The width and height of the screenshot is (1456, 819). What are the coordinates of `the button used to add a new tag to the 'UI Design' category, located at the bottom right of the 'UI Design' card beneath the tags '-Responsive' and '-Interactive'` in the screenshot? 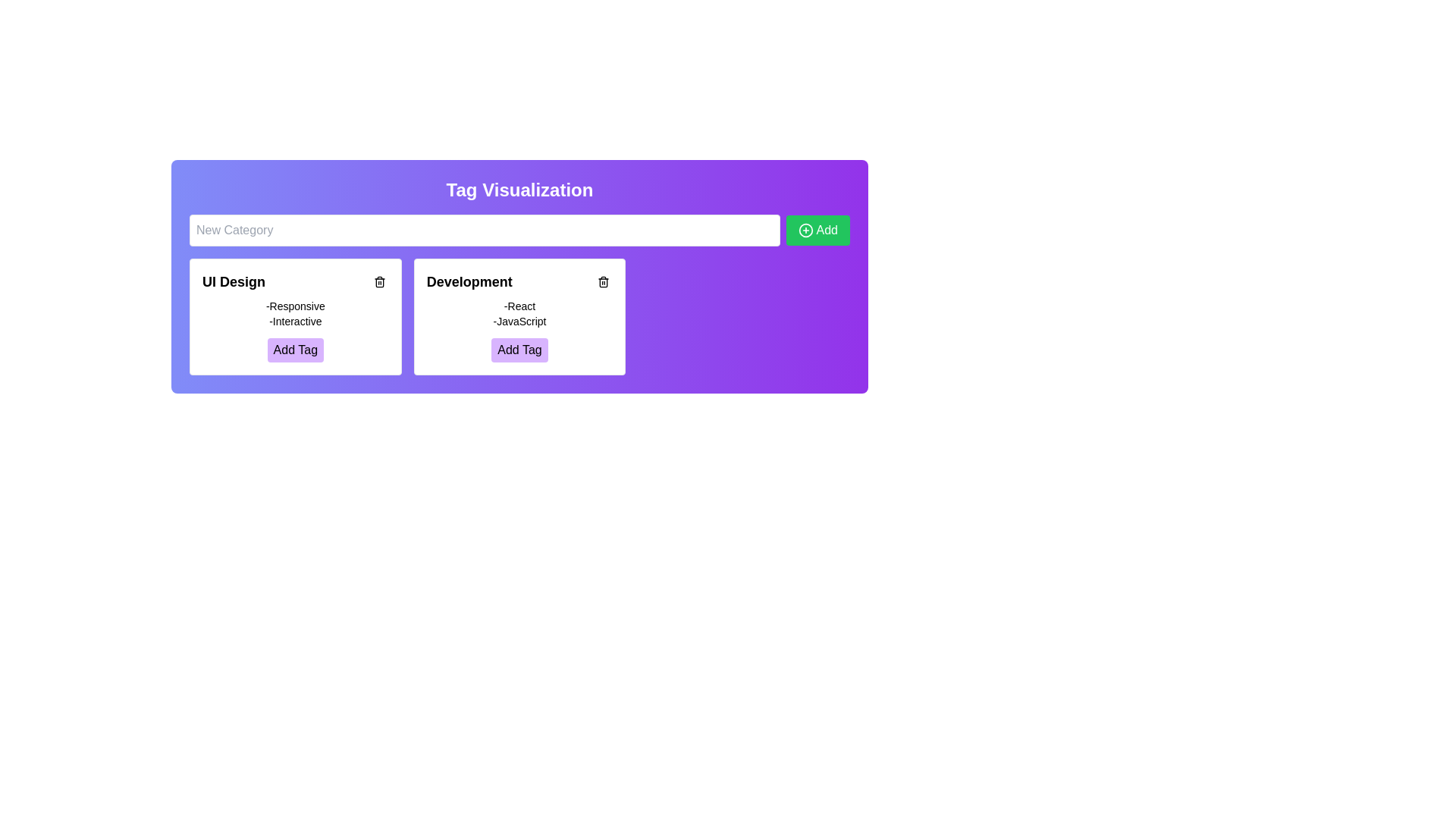 It's located at (295, 350).